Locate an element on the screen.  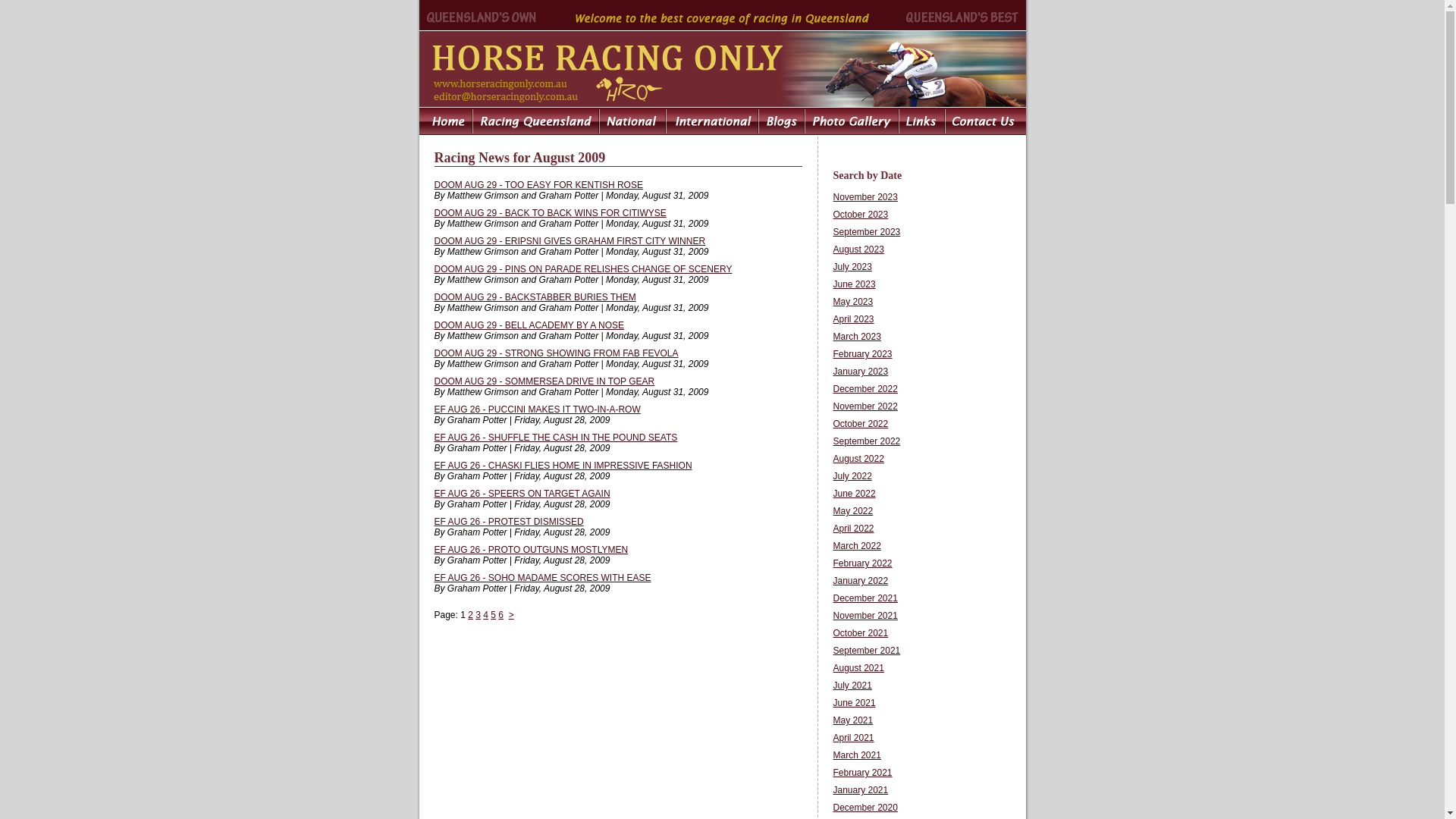
'August 2021' is located at coordinates (858, 667).